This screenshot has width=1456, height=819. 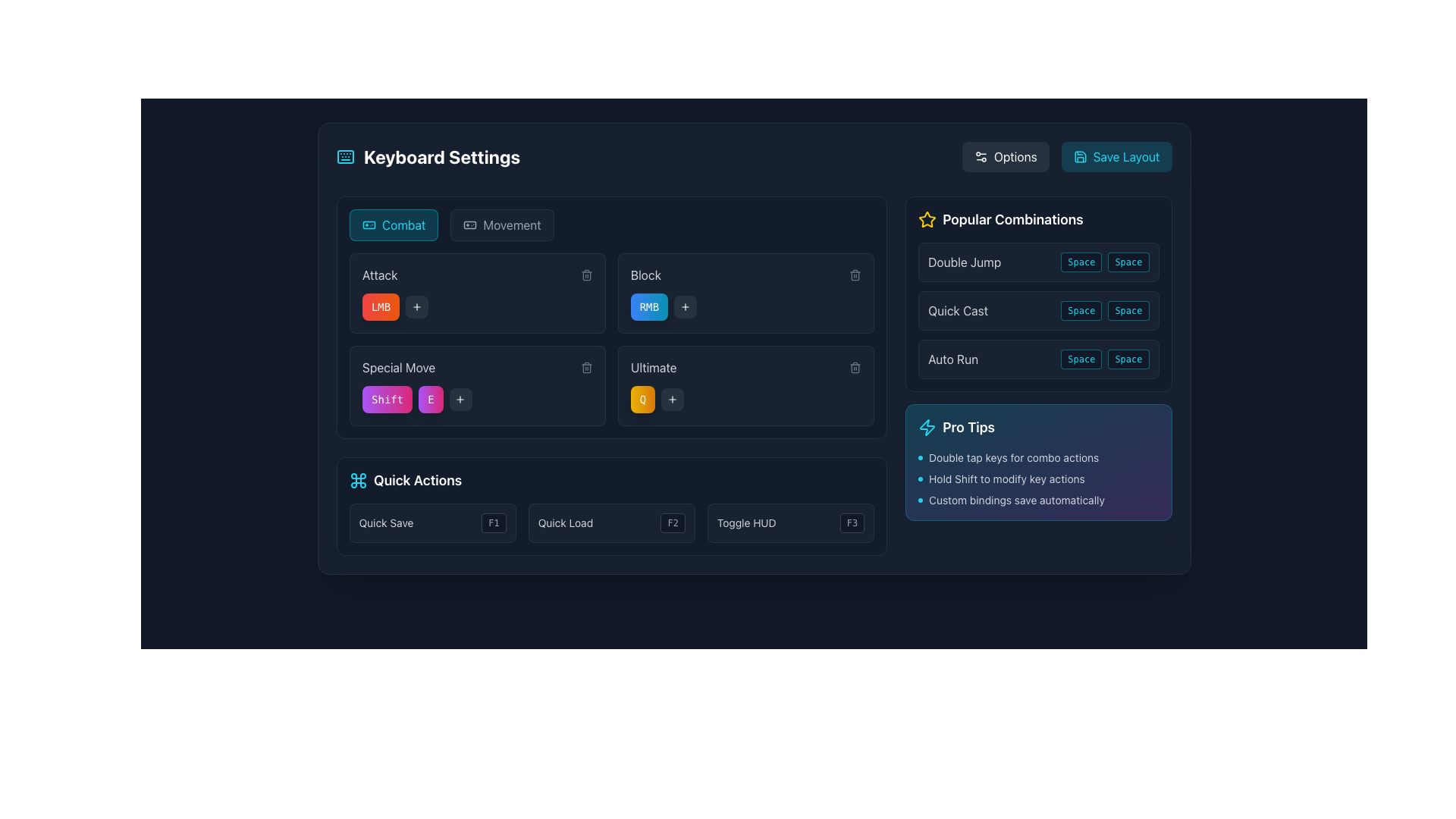 I want to click on the cyan-colored keyboard icon located to the left of the 'Keyboard Settings' title in the top-left of the main content area, so click(x=344, y=157).